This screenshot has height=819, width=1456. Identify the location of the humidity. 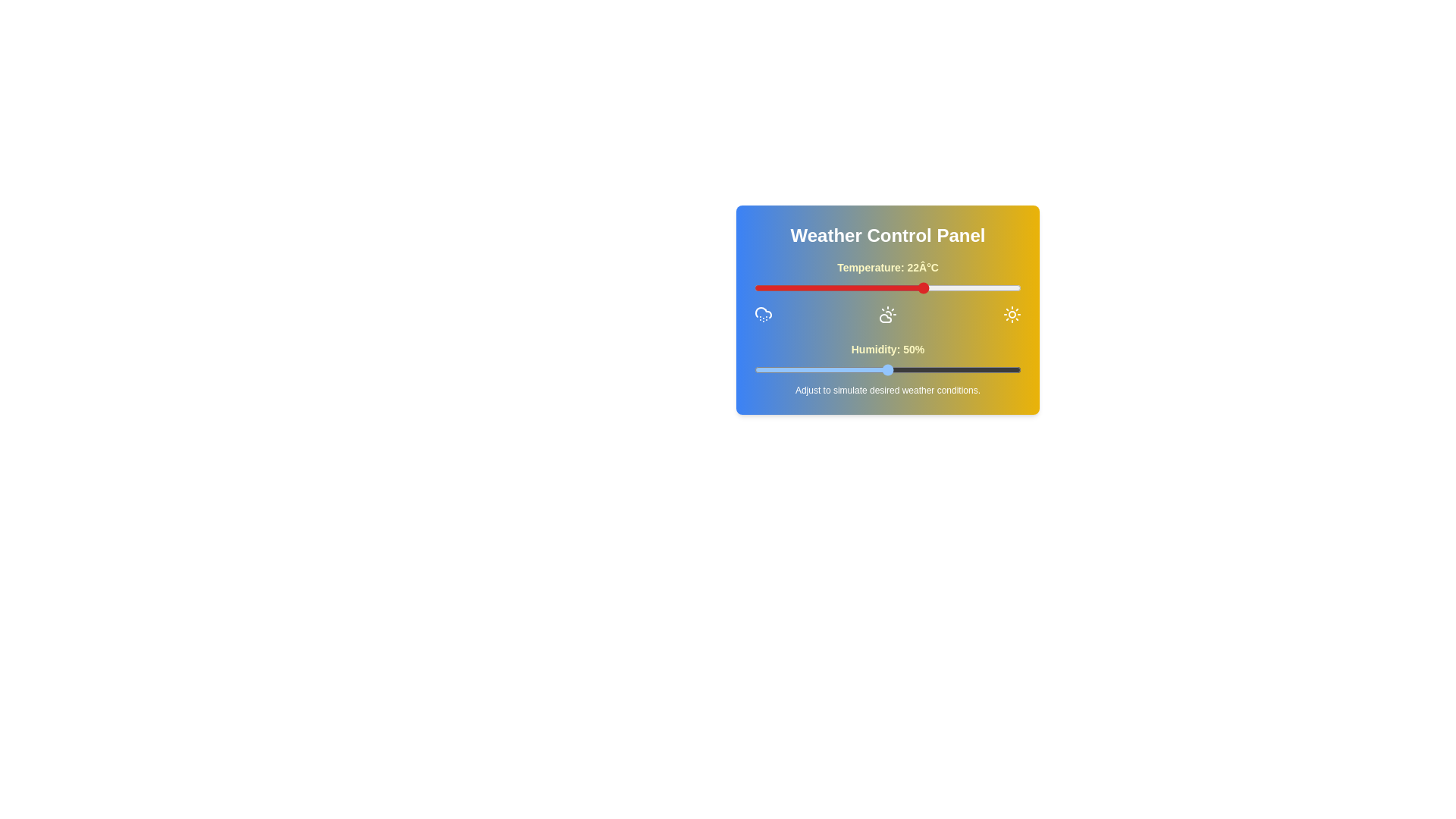
(855, 370).